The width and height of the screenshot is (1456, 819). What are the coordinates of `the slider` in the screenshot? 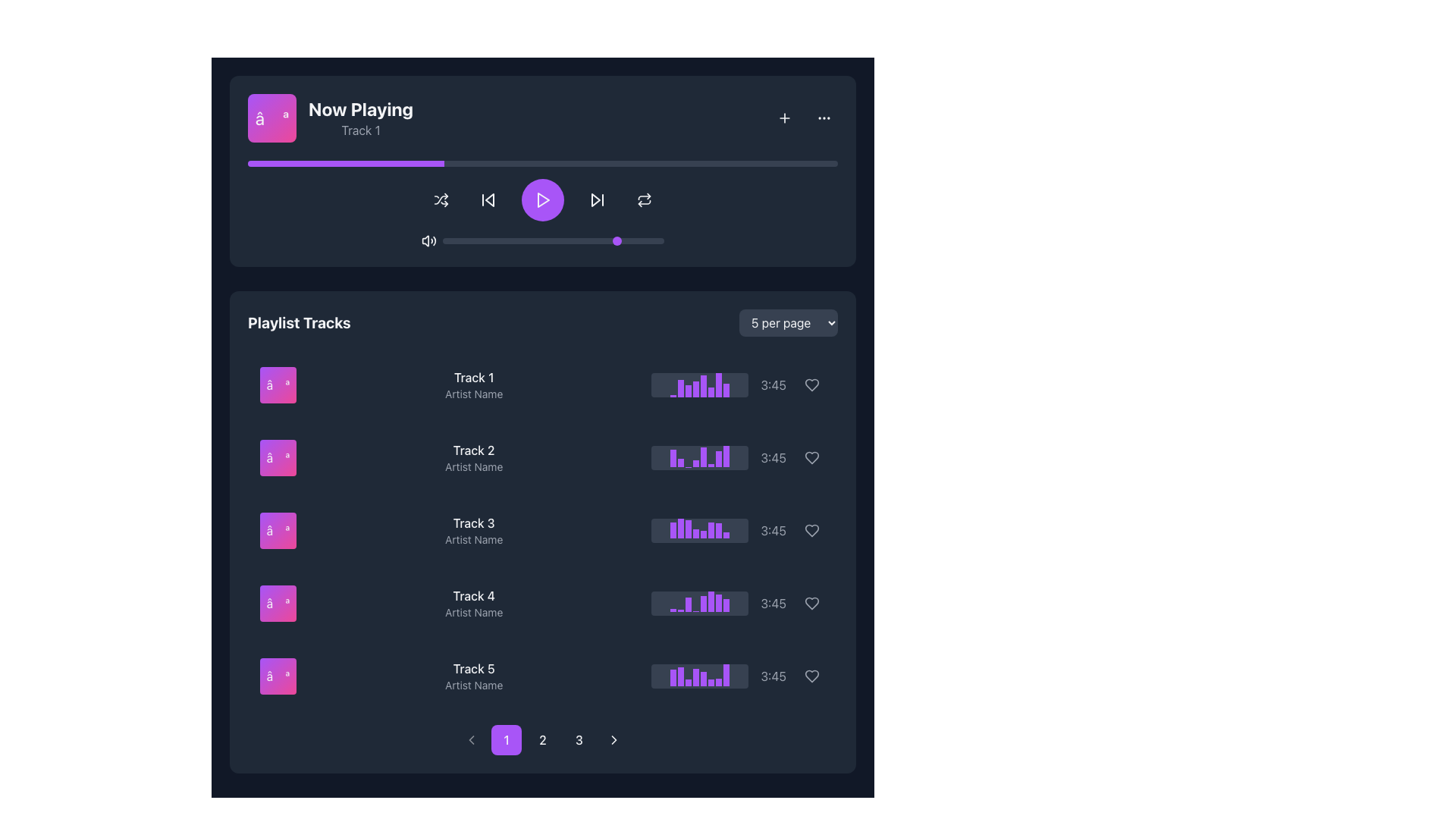 It's located at (551, 240).